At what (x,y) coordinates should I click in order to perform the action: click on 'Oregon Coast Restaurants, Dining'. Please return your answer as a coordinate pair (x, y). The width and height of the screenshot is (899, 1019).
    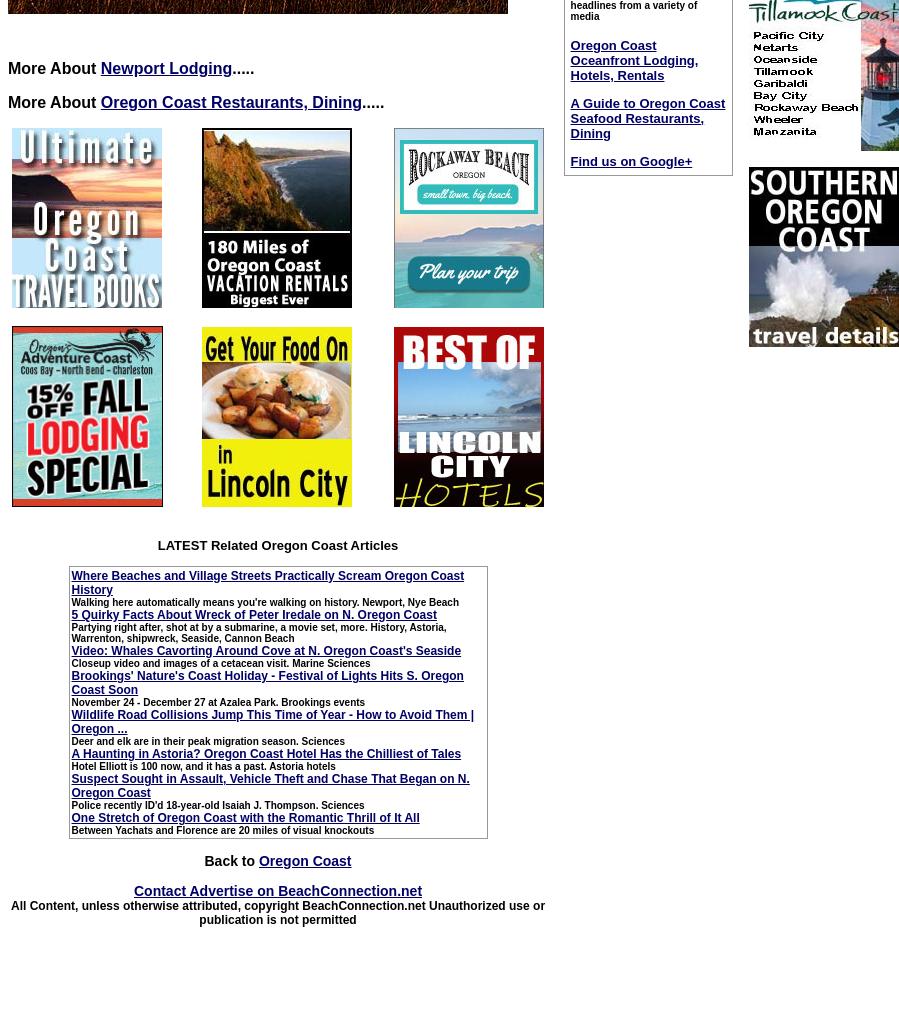
    Looking at the image, I should click on (231, 101).